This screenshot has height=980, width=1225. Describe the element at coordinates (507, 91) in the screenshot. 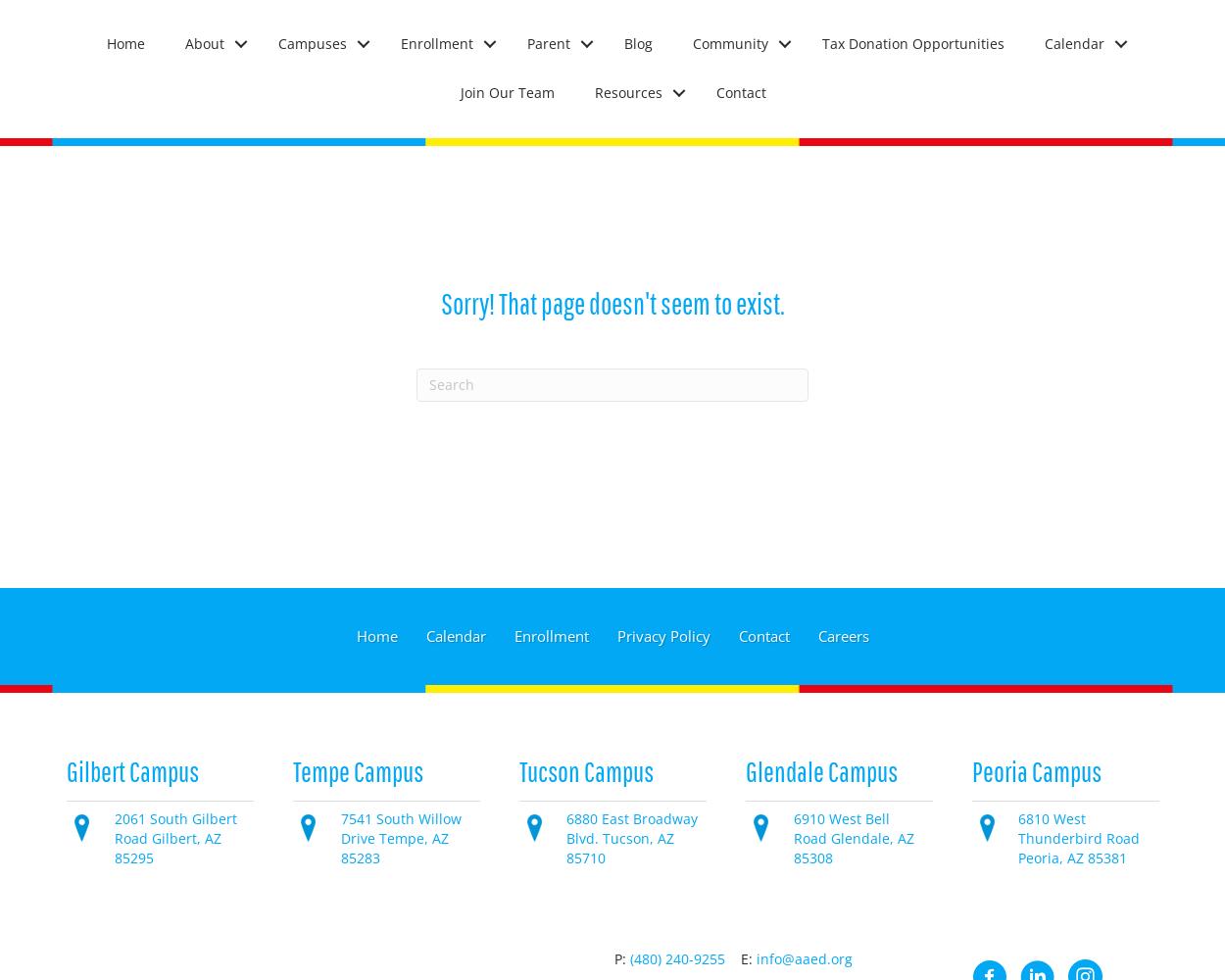

I see `'Join Our Team'` at that location.